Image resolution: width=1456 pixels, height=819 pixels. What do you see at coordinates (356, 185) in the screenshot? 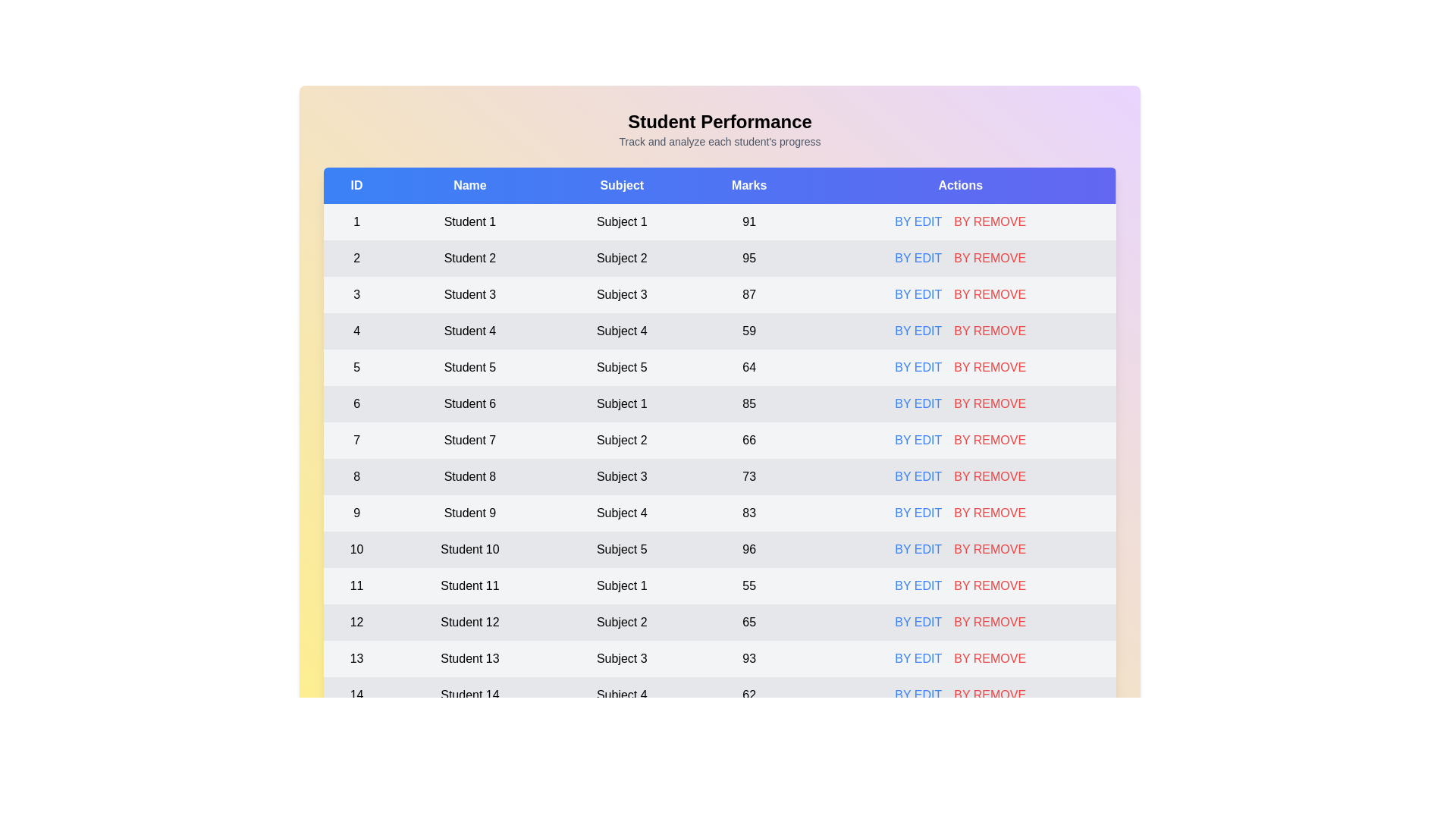
I see `the table header to sort by ID` at bounding box center [356, 185].